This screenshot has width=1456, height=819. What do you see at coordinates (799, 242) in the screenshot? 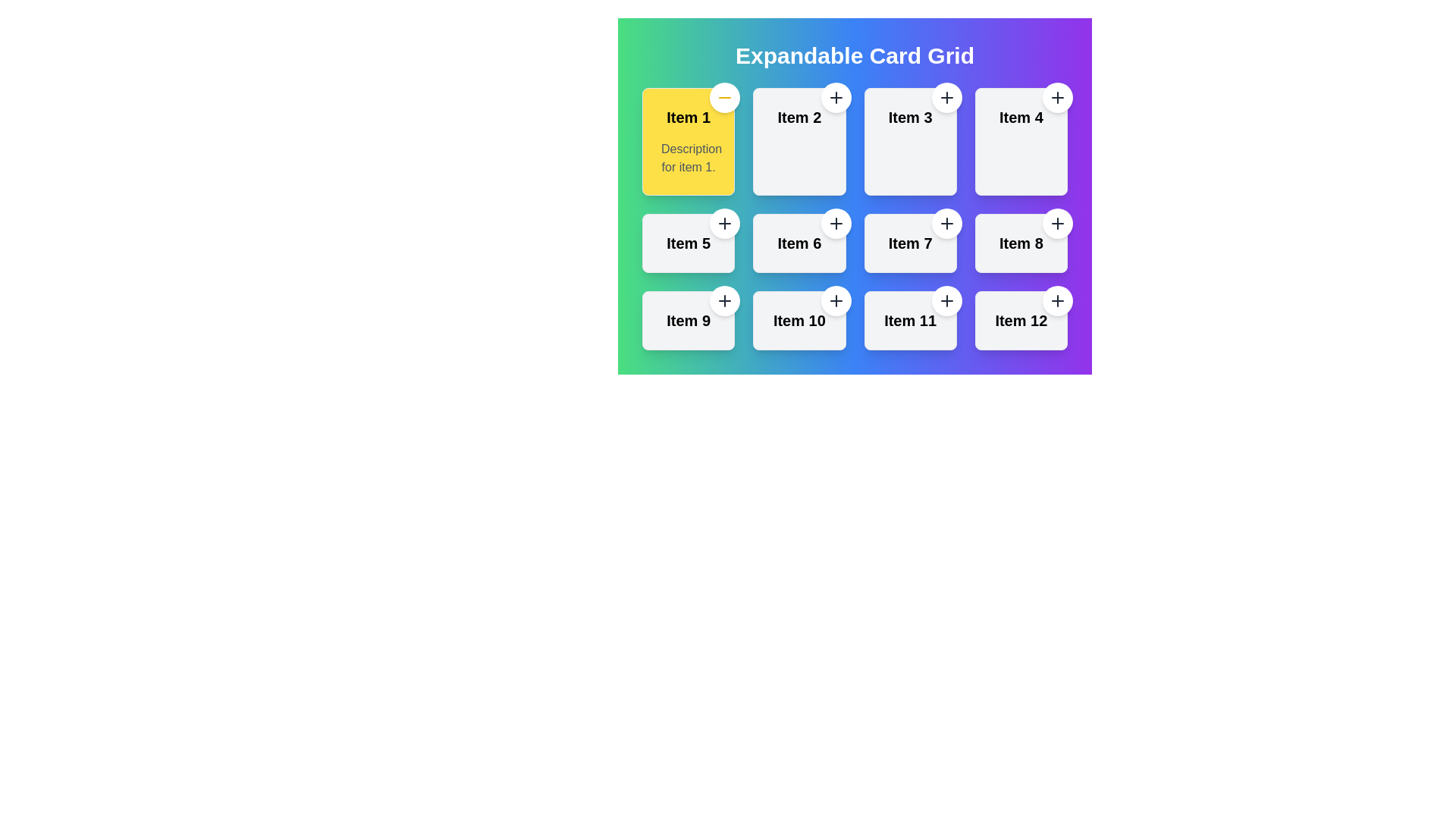
I see `label 'Item 6' located on the card in the second row, second column of a 4x3 grid layout, which contains a button and a title` at bounding box center [799, 242].